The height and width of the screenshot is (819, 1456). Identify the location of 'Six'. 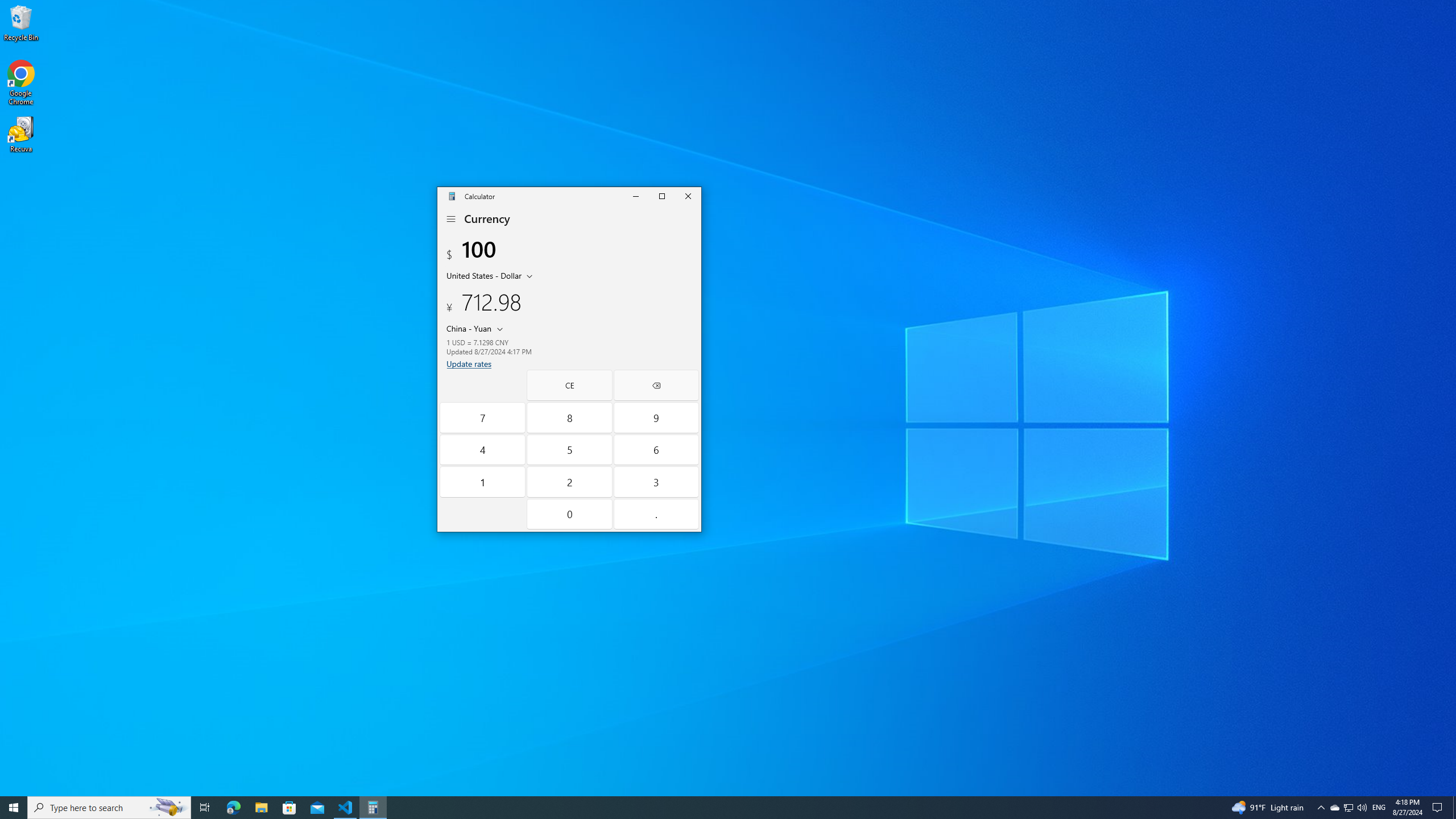
(656, 449).